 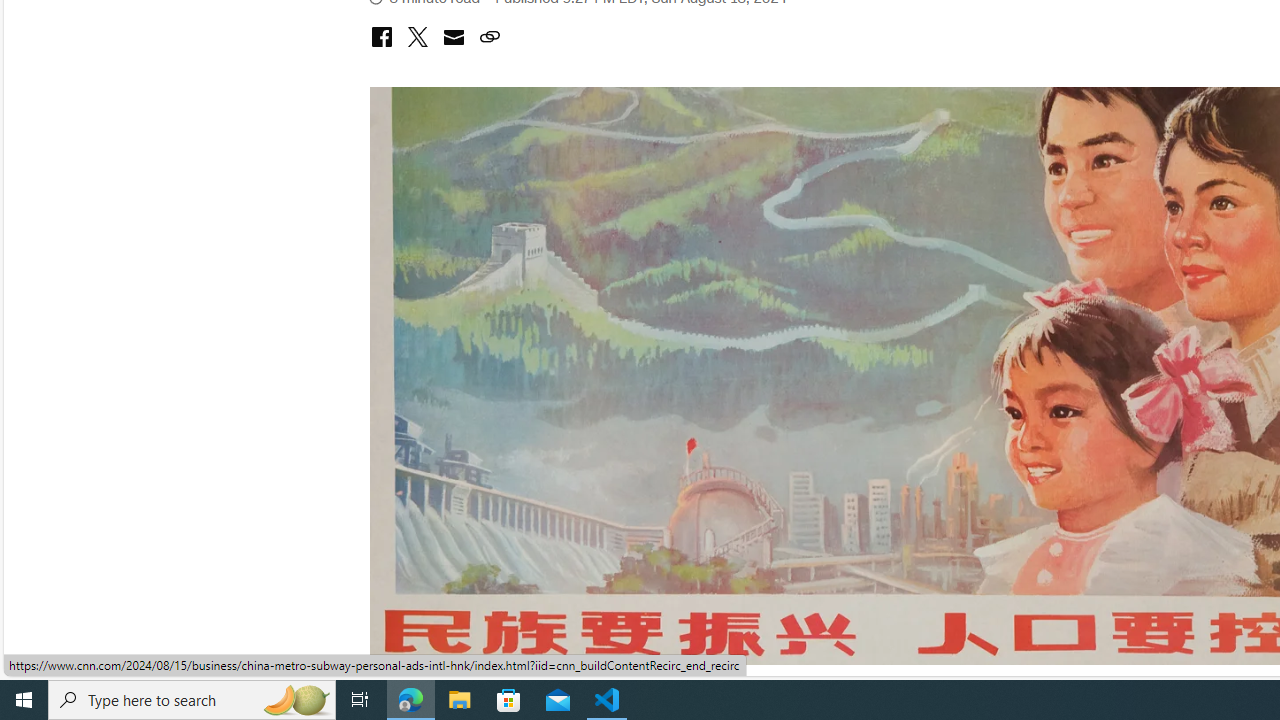 What do you see at coordinates (416, 37) in the screenshot?
I see `'Class: icon-social-twitter'` at bounding box center [416, 37].